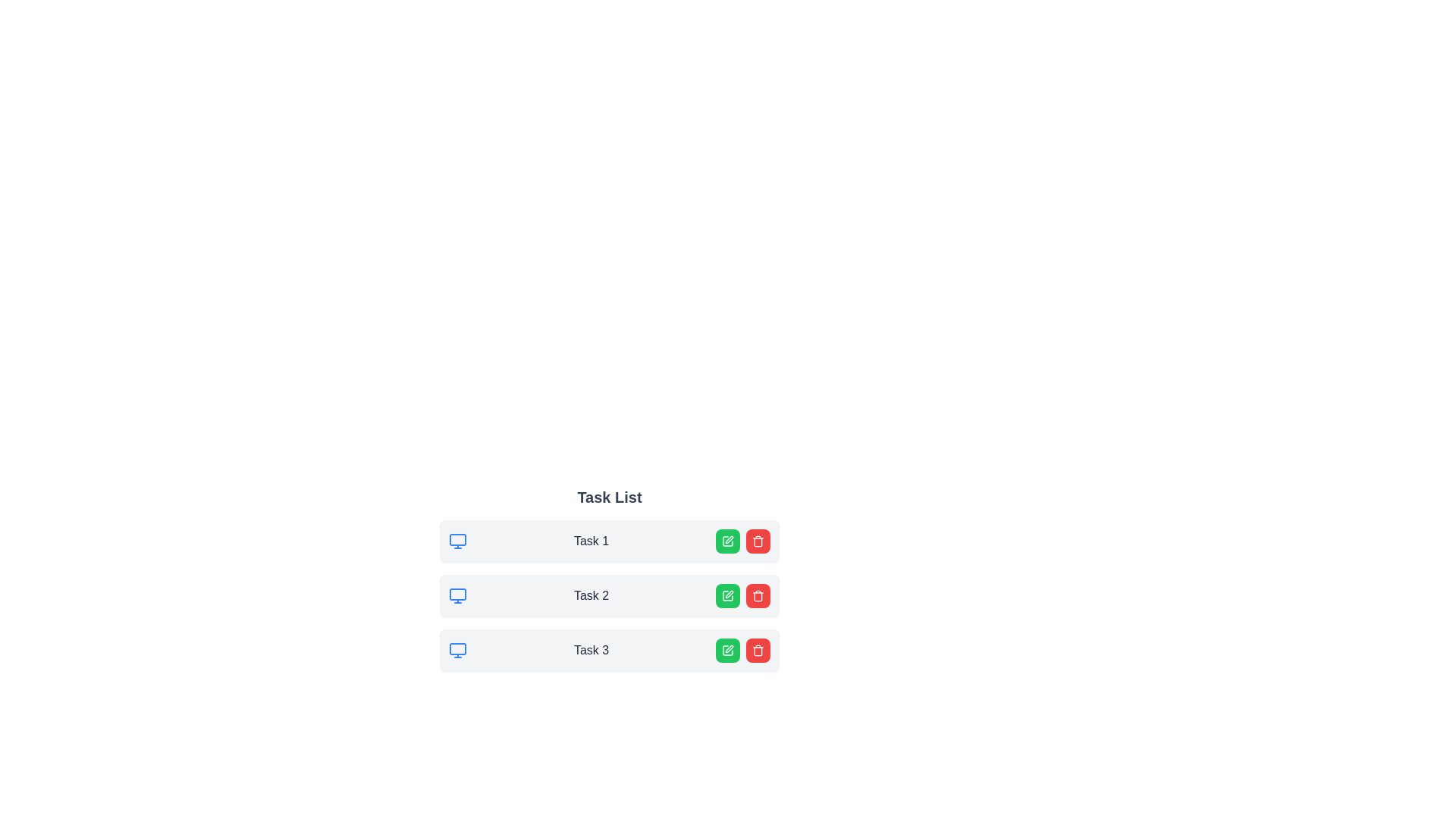 The height and width of the screenshot is (819, 1456). I want to click on the Text Label displaying the task name, located in the third row of the task list, to the right of the blue monitor icon and to the left of the green and red action buttons, so click(590, 649).